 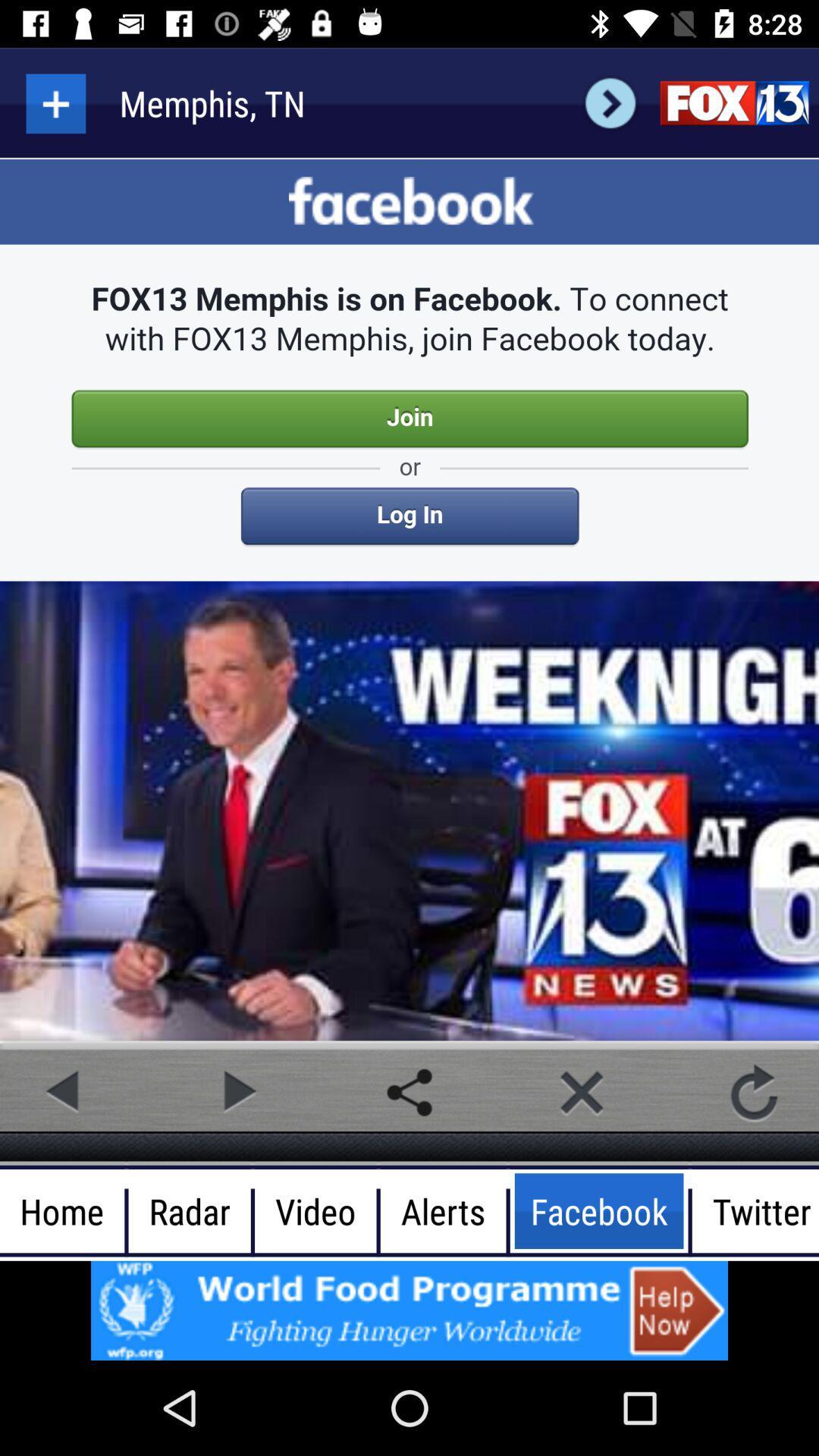 I want to click on the arrow_forward icon, so click(x=610, y=102).